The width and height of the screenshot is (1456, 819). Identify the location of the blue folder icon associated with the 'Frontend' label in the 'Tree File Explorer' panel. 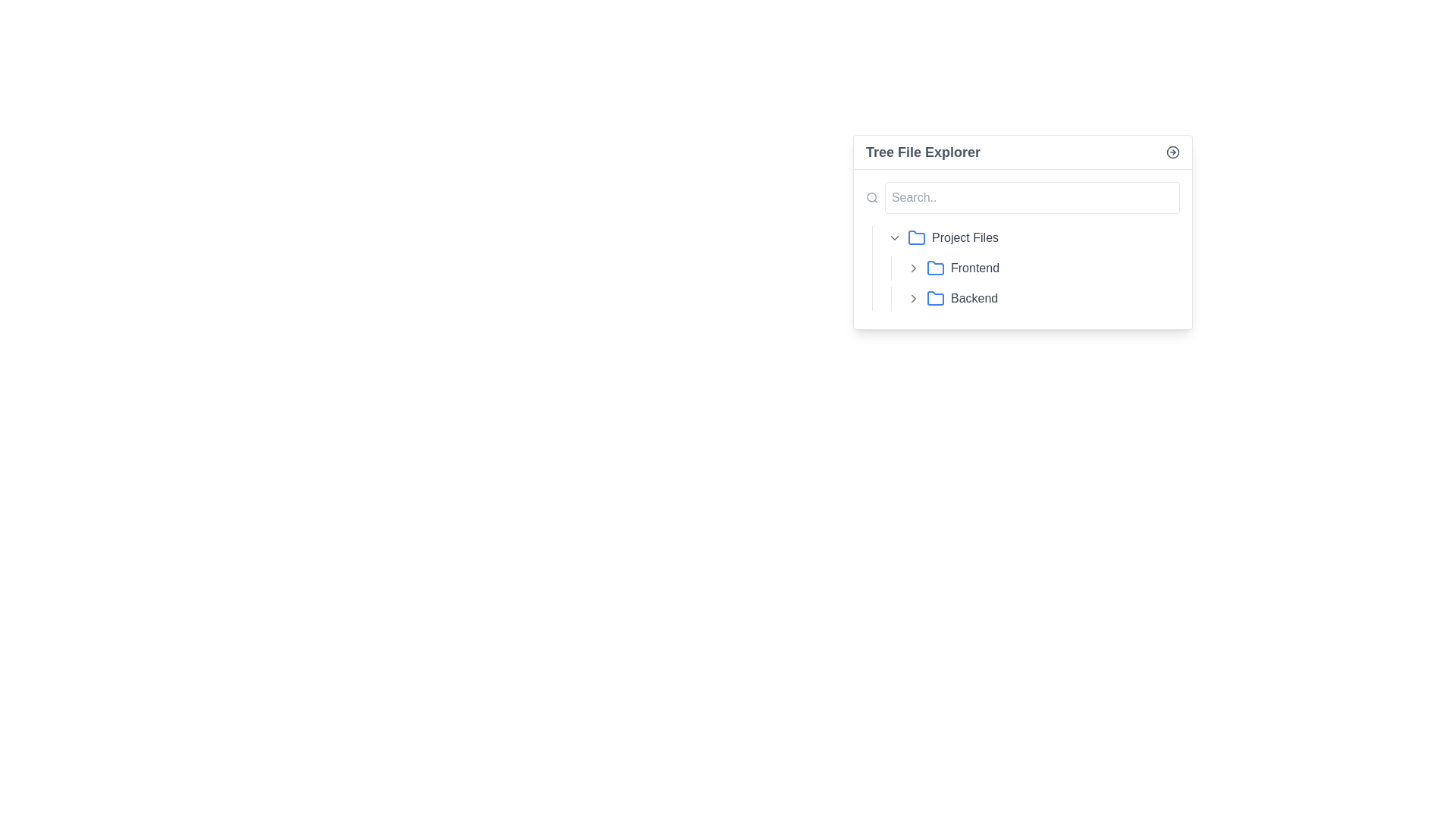
(934, 267).